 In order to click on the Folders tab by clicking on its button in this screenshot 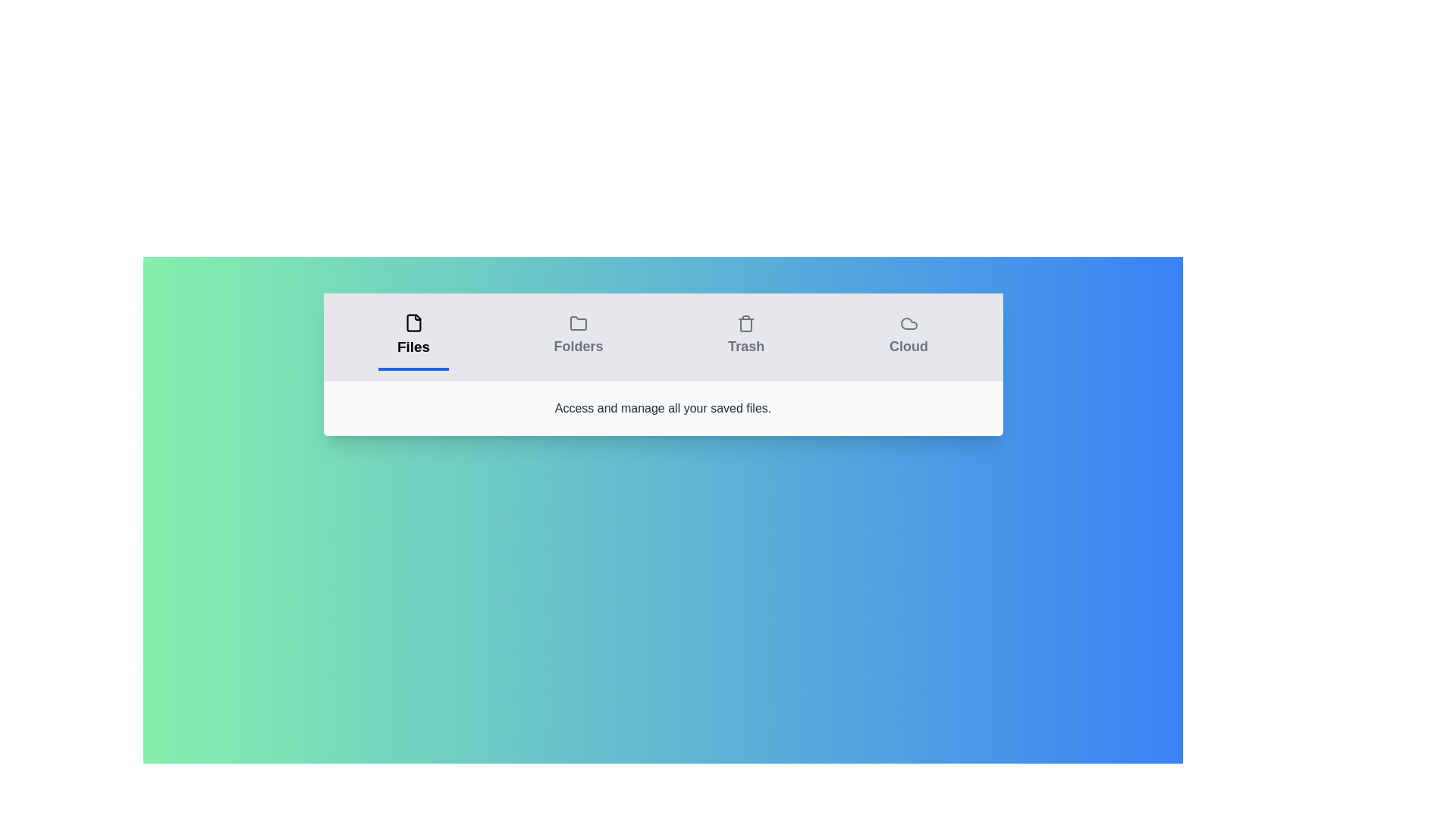, I will do `click(578, 336)`.